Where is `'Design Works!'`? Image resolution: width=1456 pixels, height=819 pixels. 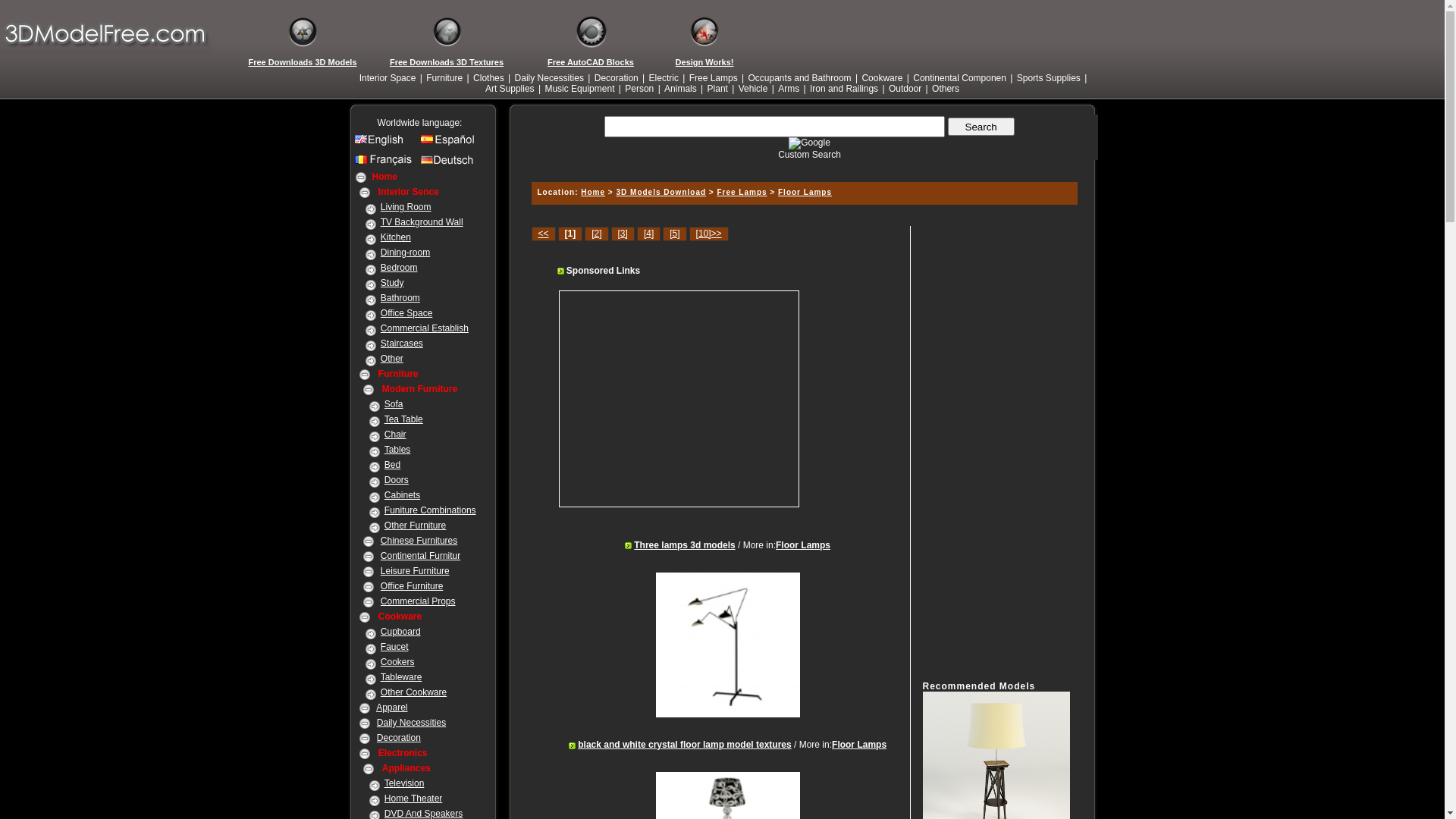
'Design Works!' is located at coordinates (704, 61).